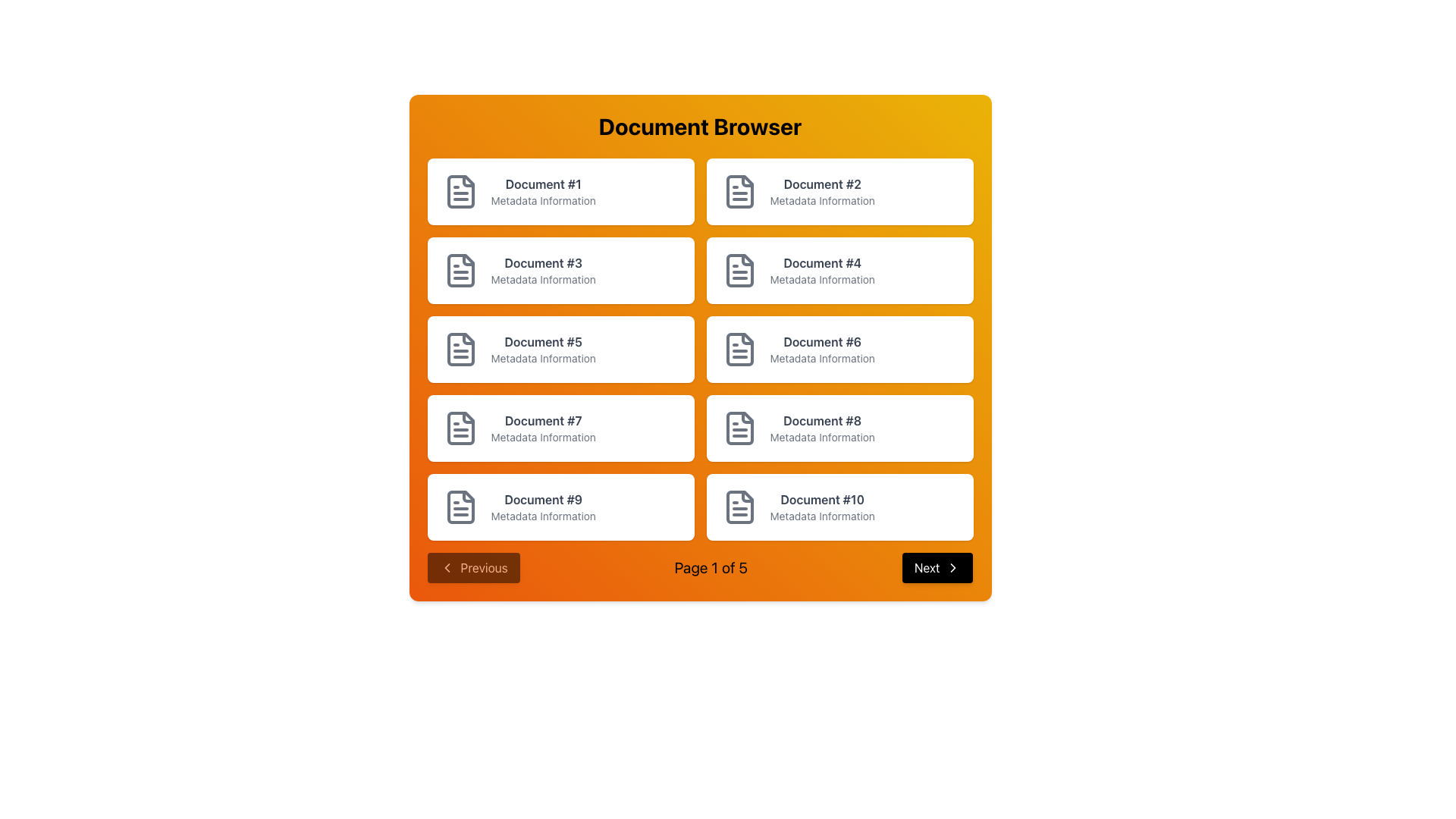 The image size is (1456, 819). What do you see at coordinates (460, 350) in the screenshot?
I see `the light gray document icon located in the first column, third row of the 'Document #5' card to trigger a tooltip` at bounding box center [460, 350].